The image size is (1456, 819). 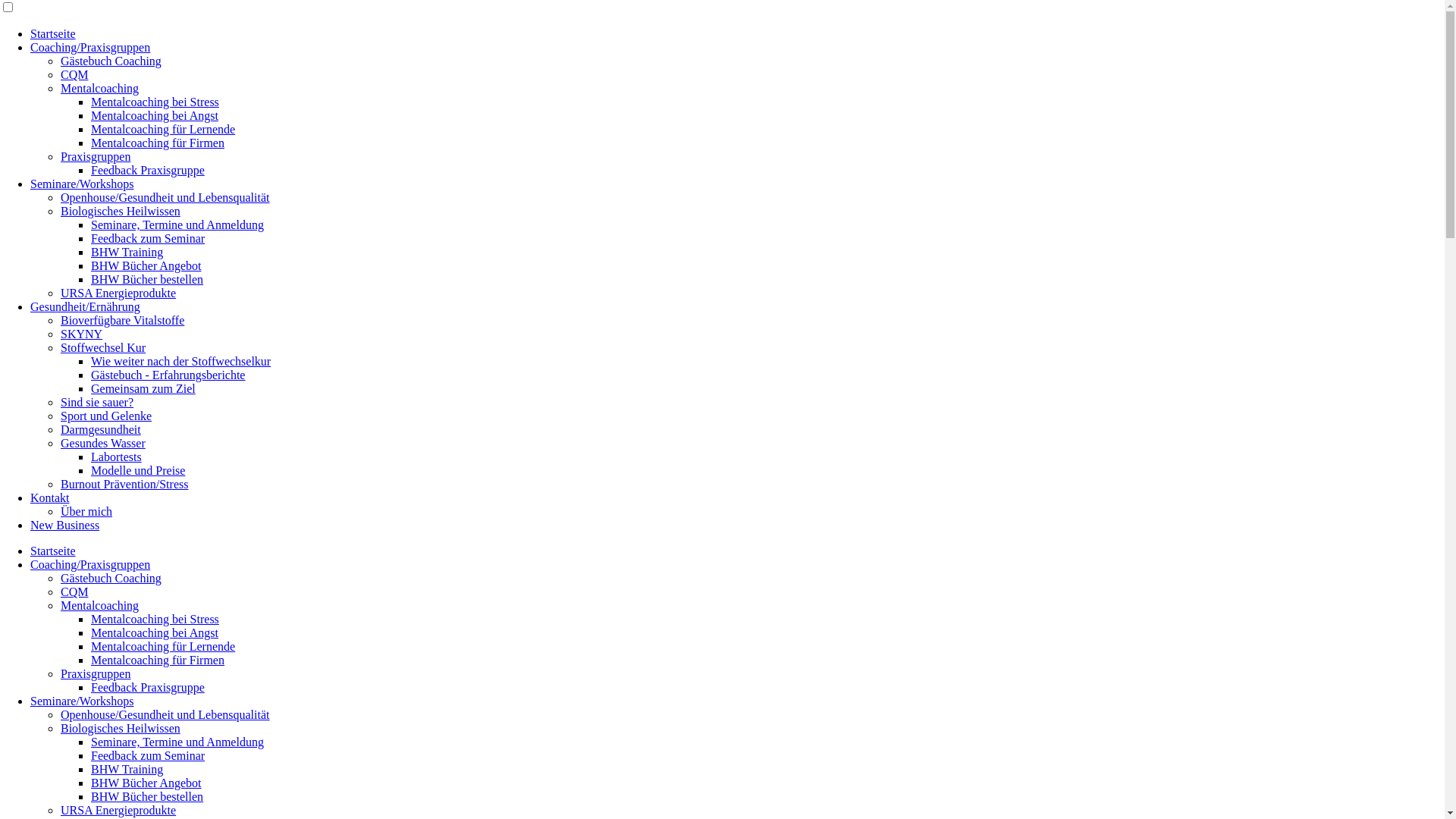 I want to click on 'Labortests', so click(x=115, y=456).